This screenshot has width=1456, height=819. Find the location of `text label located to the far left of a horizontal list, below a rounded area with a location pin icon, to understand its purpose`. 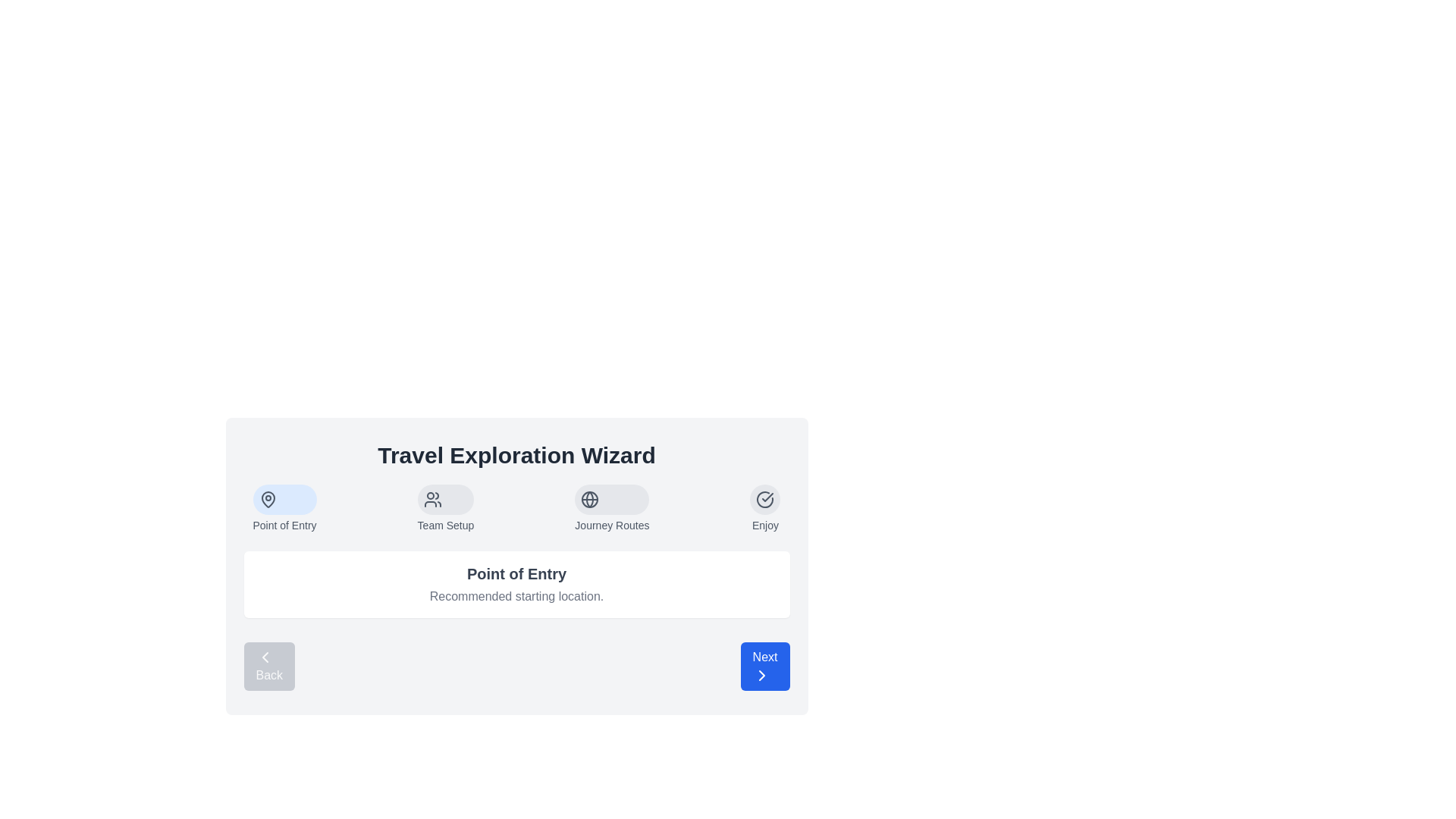

text label located to the far left of a horizontal list, below a rounded area with a location pin icon, to understand its purpose is located at coordinates (284, 525).